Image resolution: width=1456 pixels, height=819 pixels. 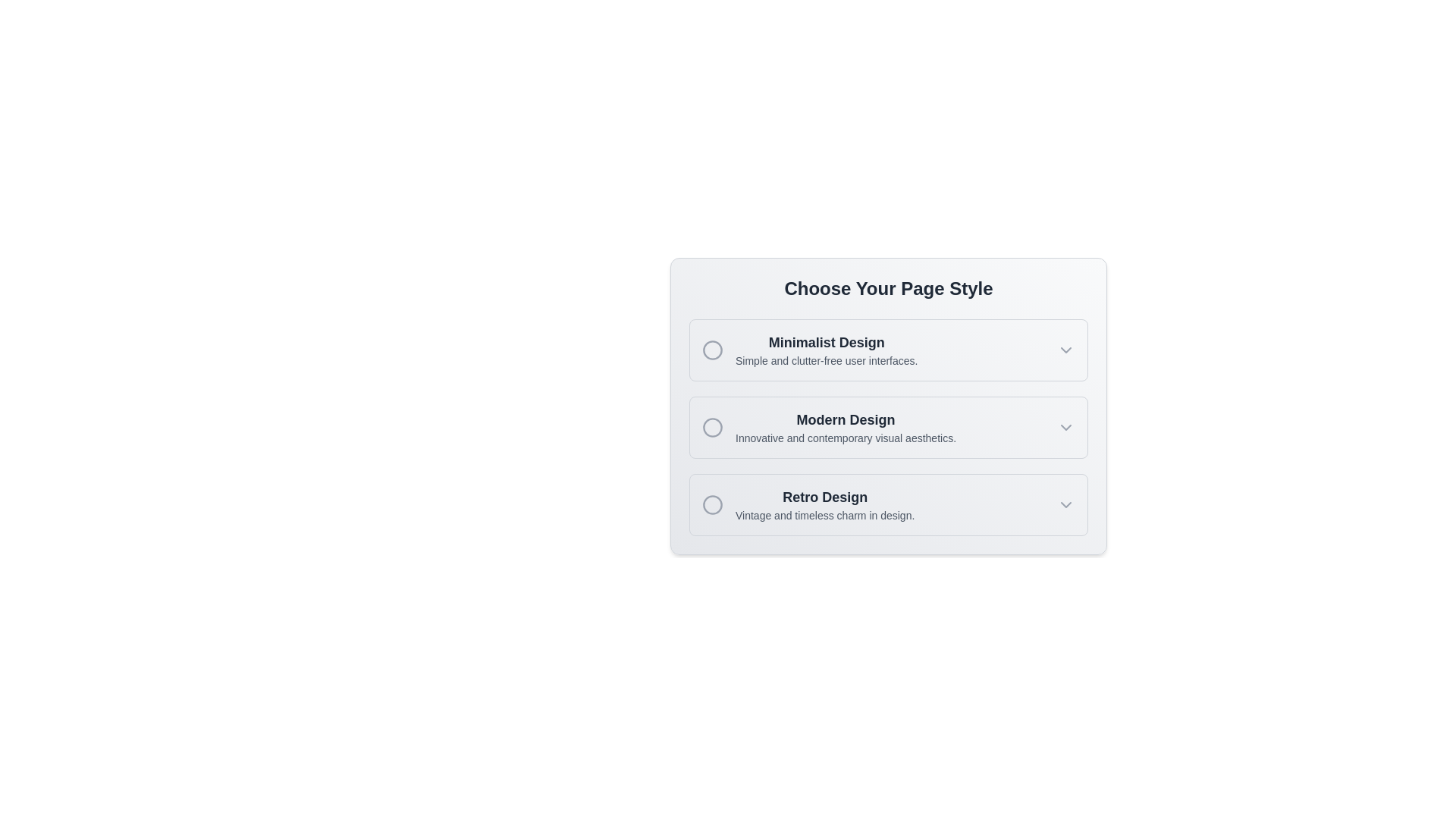 What do you see at coordinates (808, 505) in the screenshot?
I see `the 'Retro Design' text label` at bounding box center [808, 505].